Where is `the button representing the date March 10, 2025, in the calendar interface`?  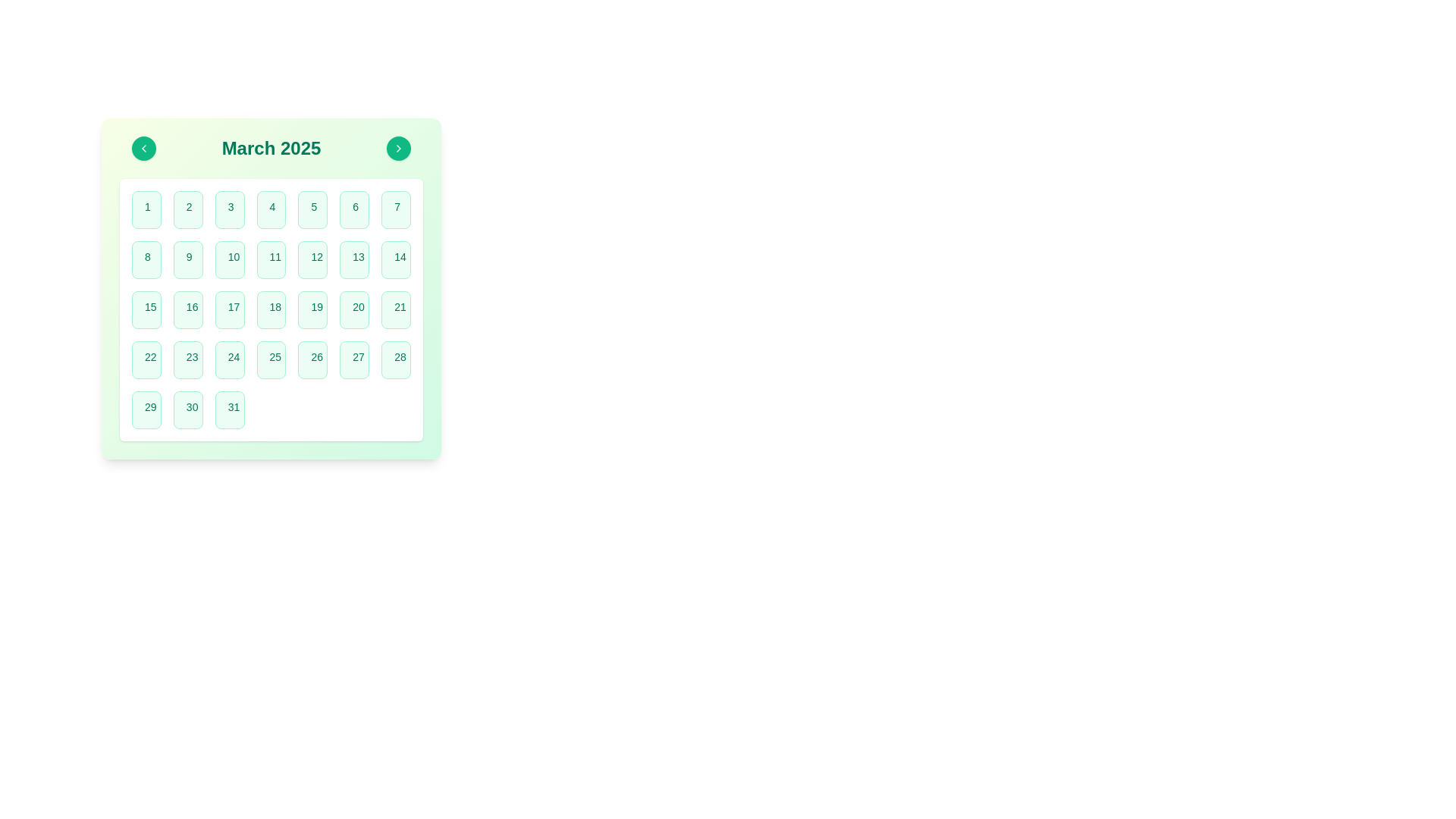 the button representing the date March 10, 2025, in the calendar interface is located at coordinates (229, 259).